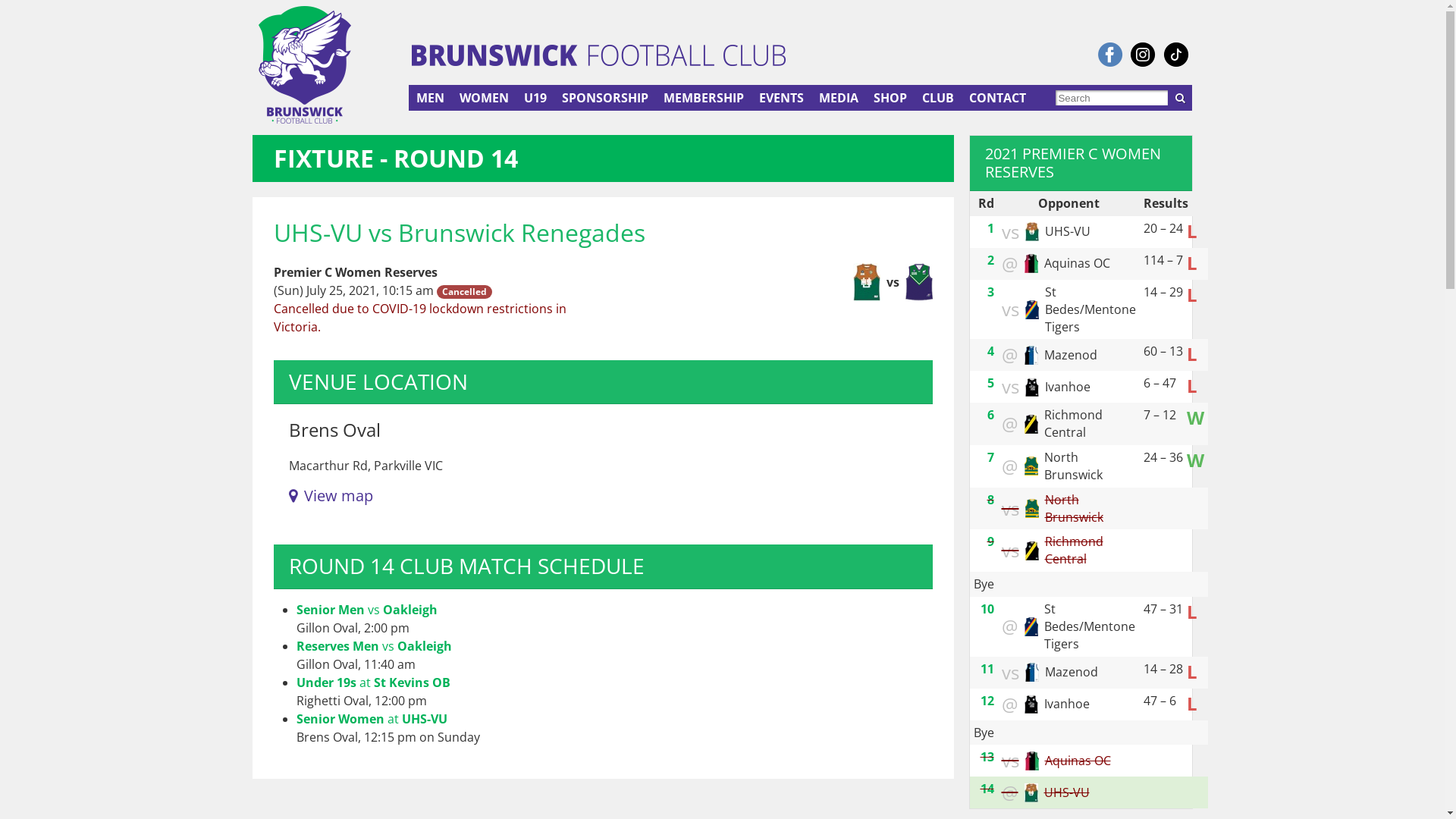  Describe the element at coordinates (979, 667) in the screenshot. I see `'11'` at that location.